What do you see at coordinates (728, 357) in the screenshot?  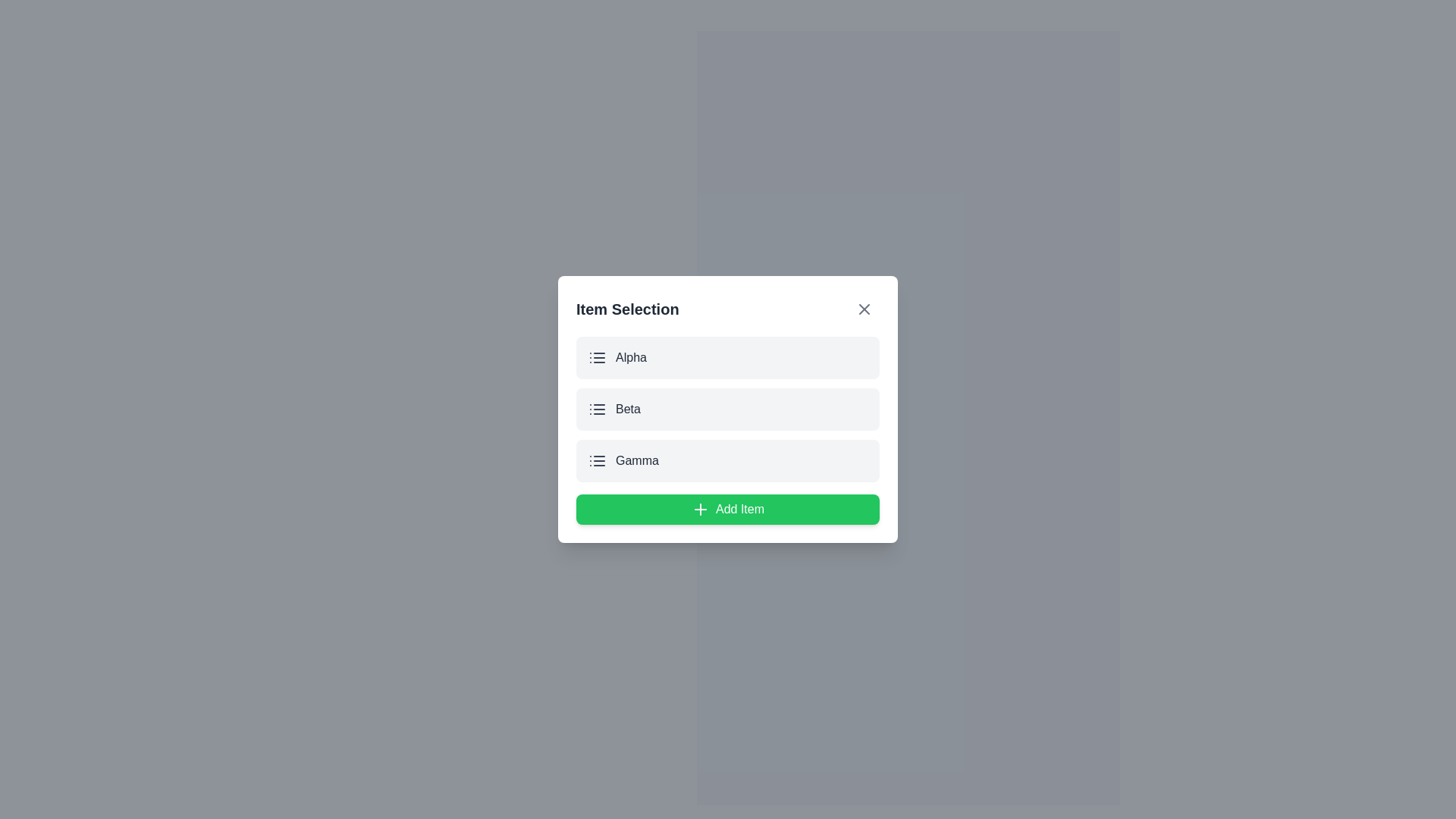 I see `the list item Alpha` at bounding box center [728, 357].